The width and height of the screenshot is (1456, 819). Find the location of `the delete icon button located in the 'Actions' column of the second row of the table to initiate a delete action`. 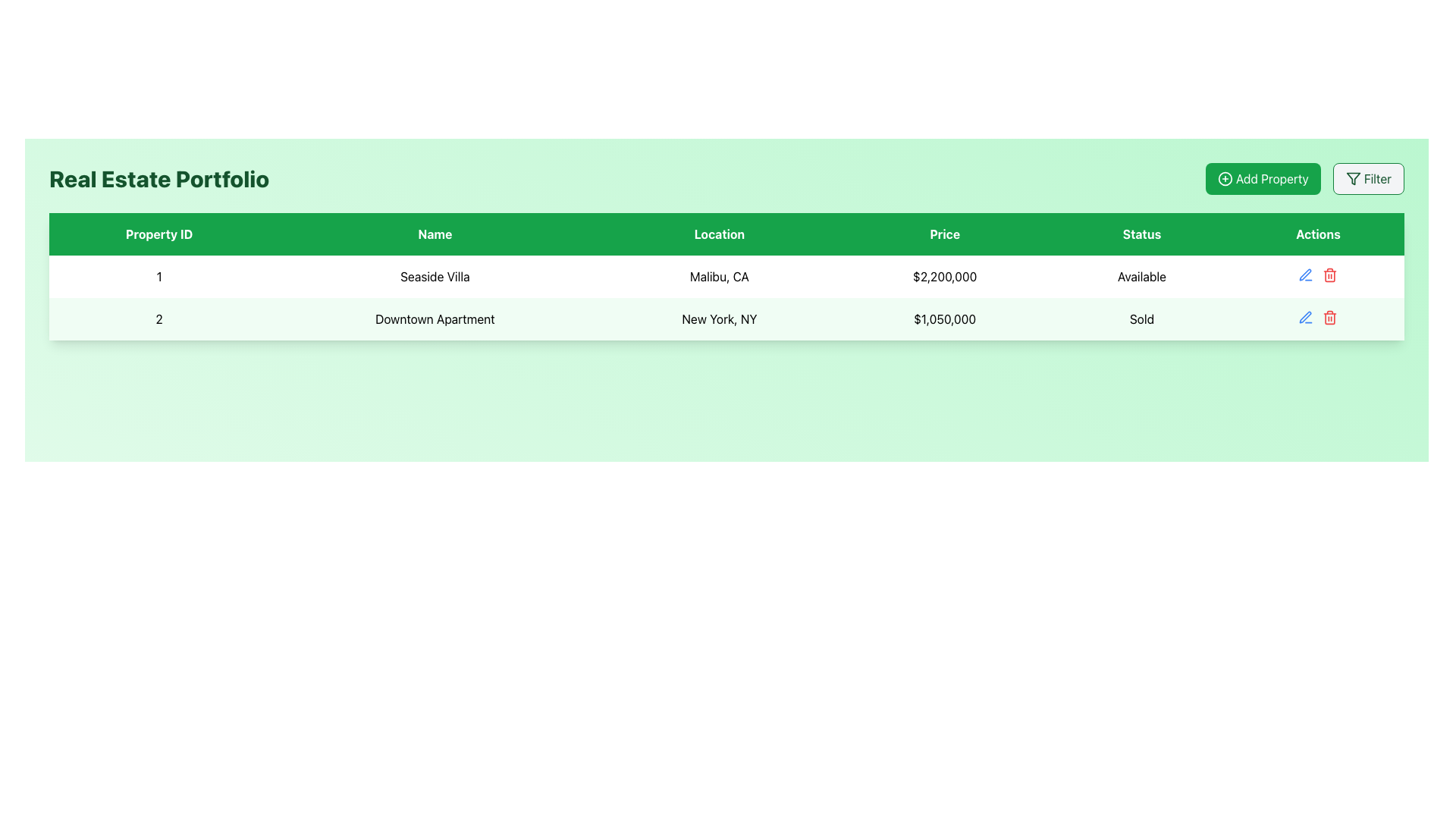

the delete icon button located in the 'Actions' column of the second row of the table to initiate a delete action is located at coordinates (1329, 317).